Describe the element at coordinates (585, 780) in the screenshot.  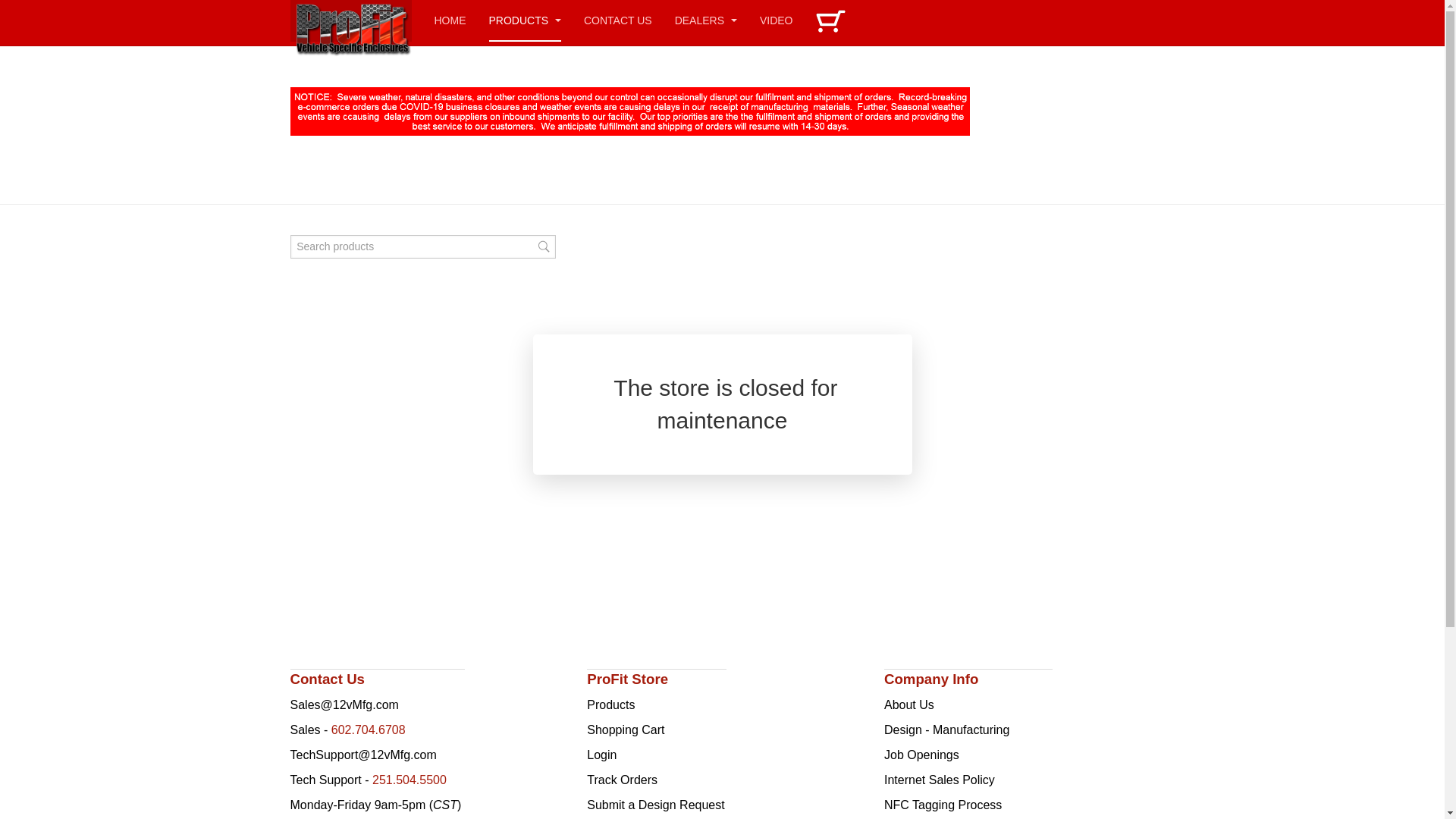
I see `'Track Orders'` at that location.